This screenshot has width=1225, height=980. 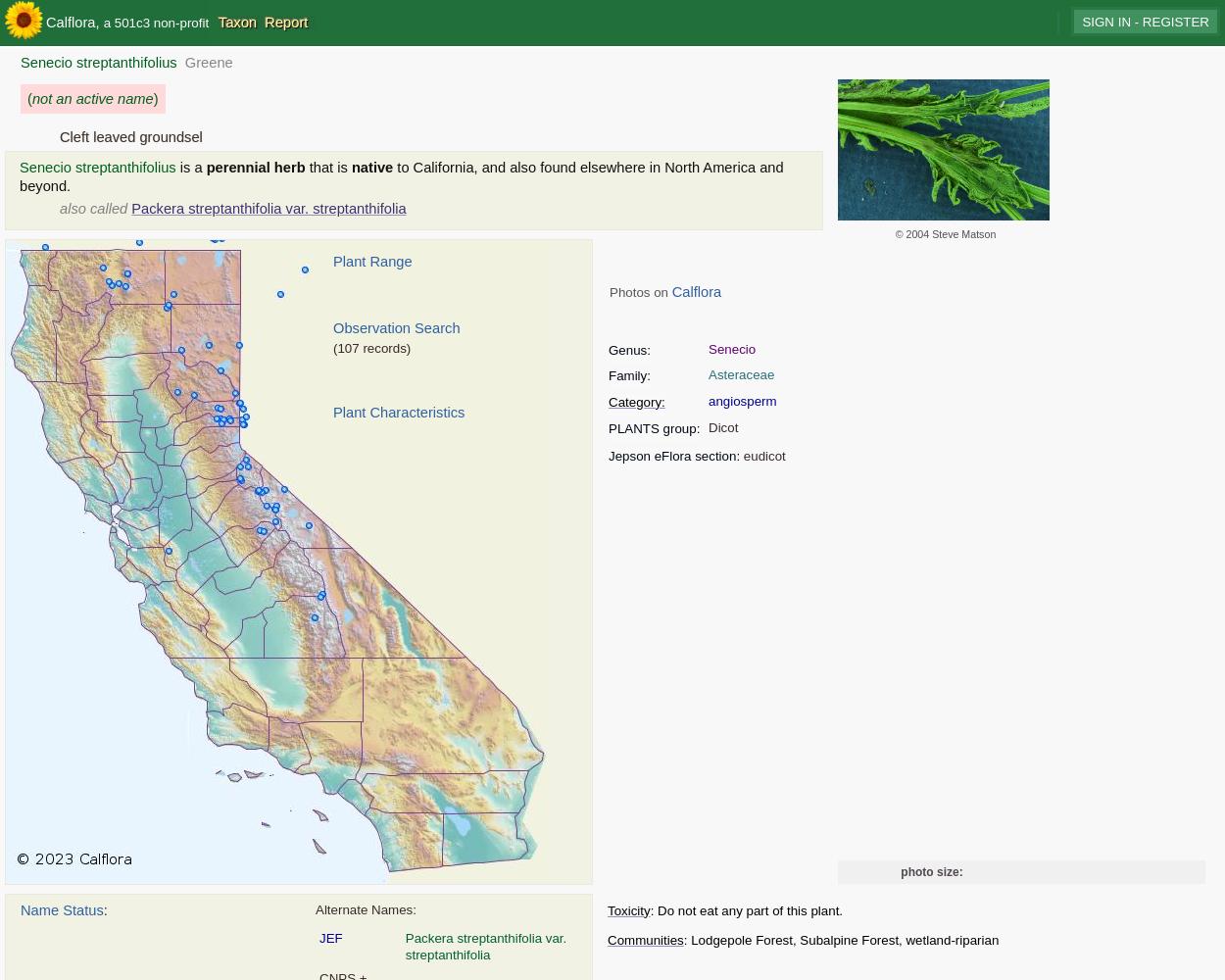 What do you see at coordinates (61, 910) in the screenshot?
I see `'Name Status'` at bounding box center [61, 910].